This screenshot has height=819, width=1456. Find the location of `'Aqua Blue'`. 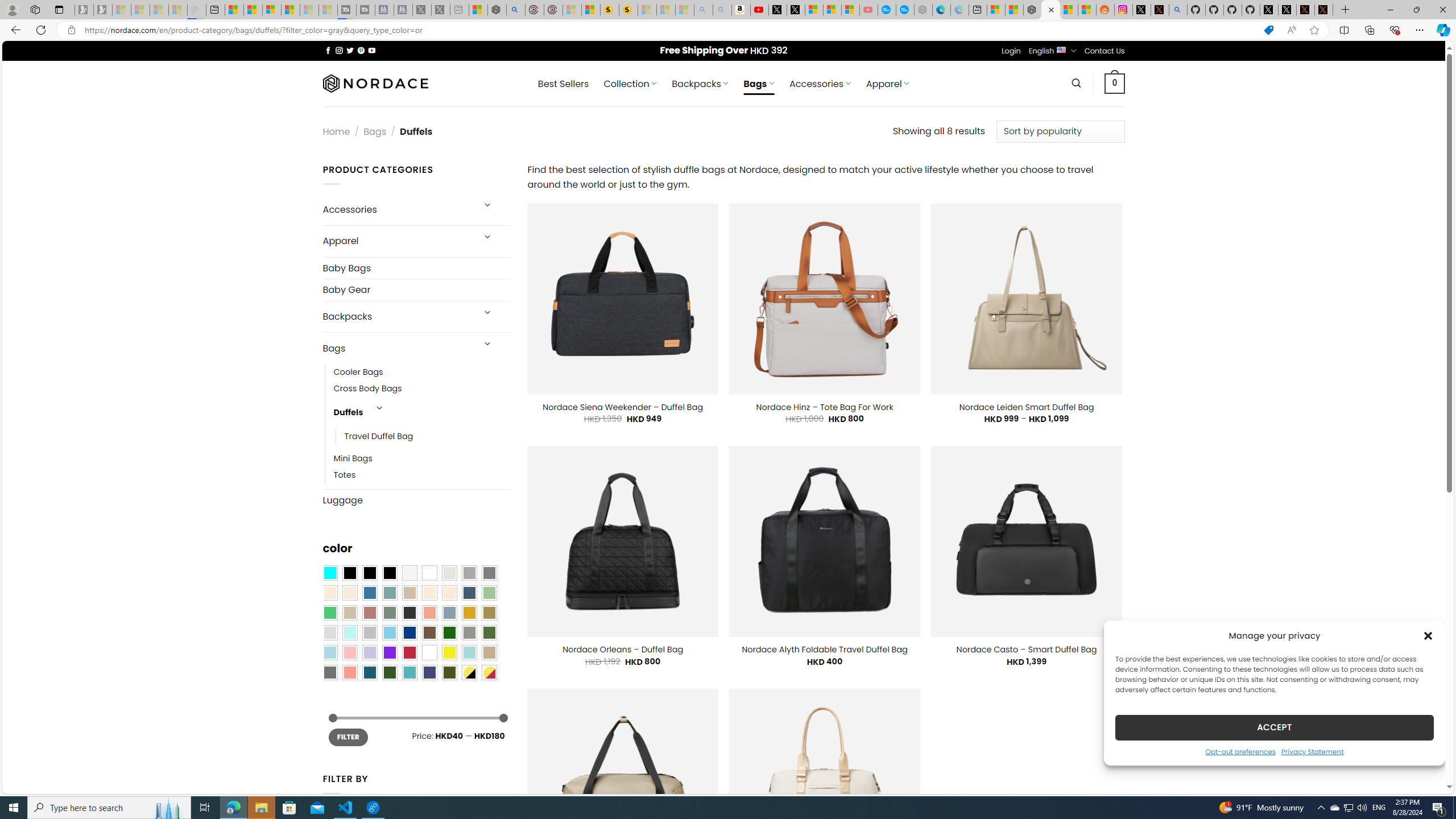

'Aqua Blue' is located at coordinates (329, 573).